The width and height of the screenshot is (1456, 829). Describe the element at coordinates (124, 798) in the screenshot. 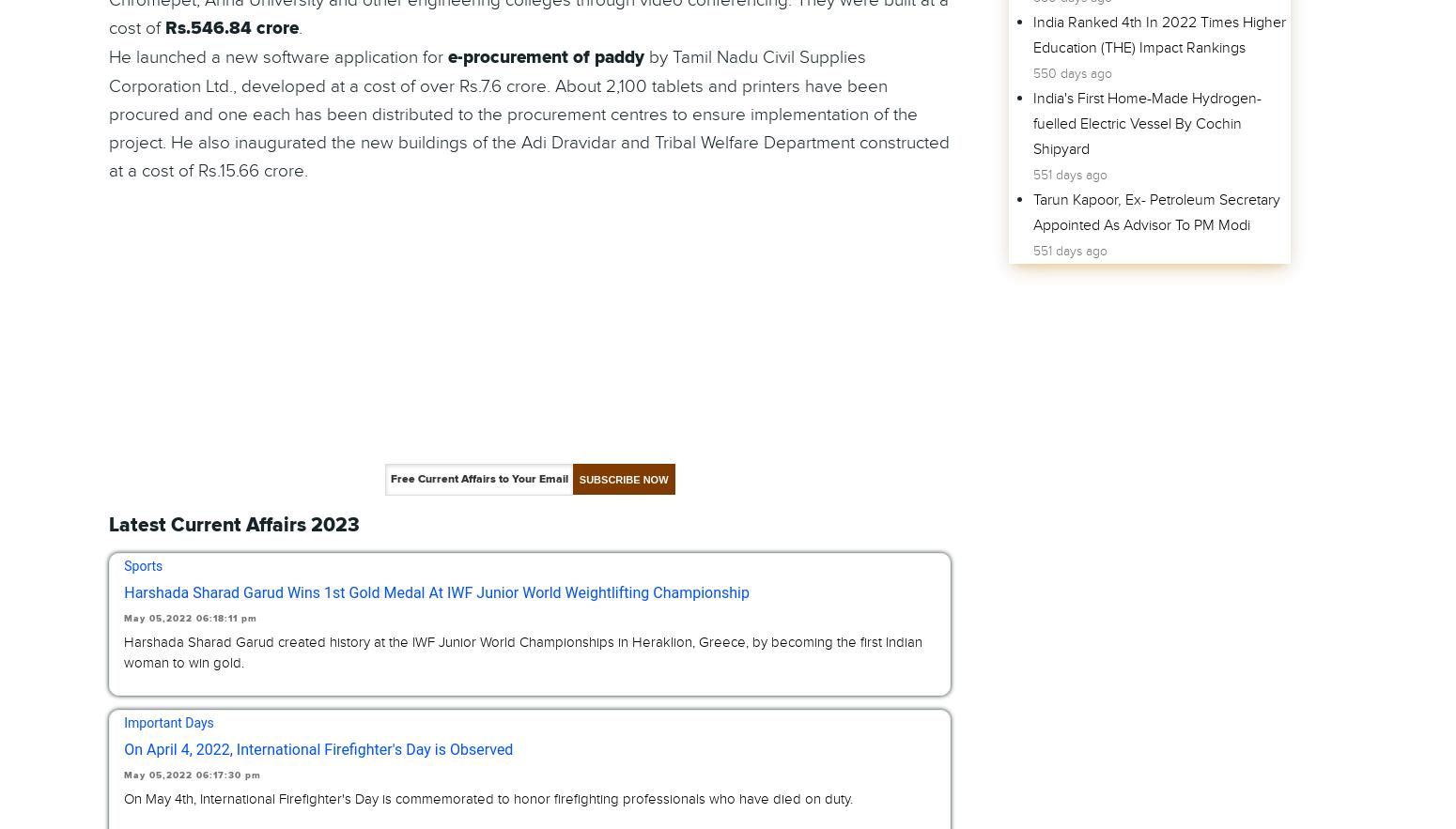

I see `'On May 4th, International Firefighter's Day is commemorated to honor firefighting professionals who have died on duty.'` at that location.